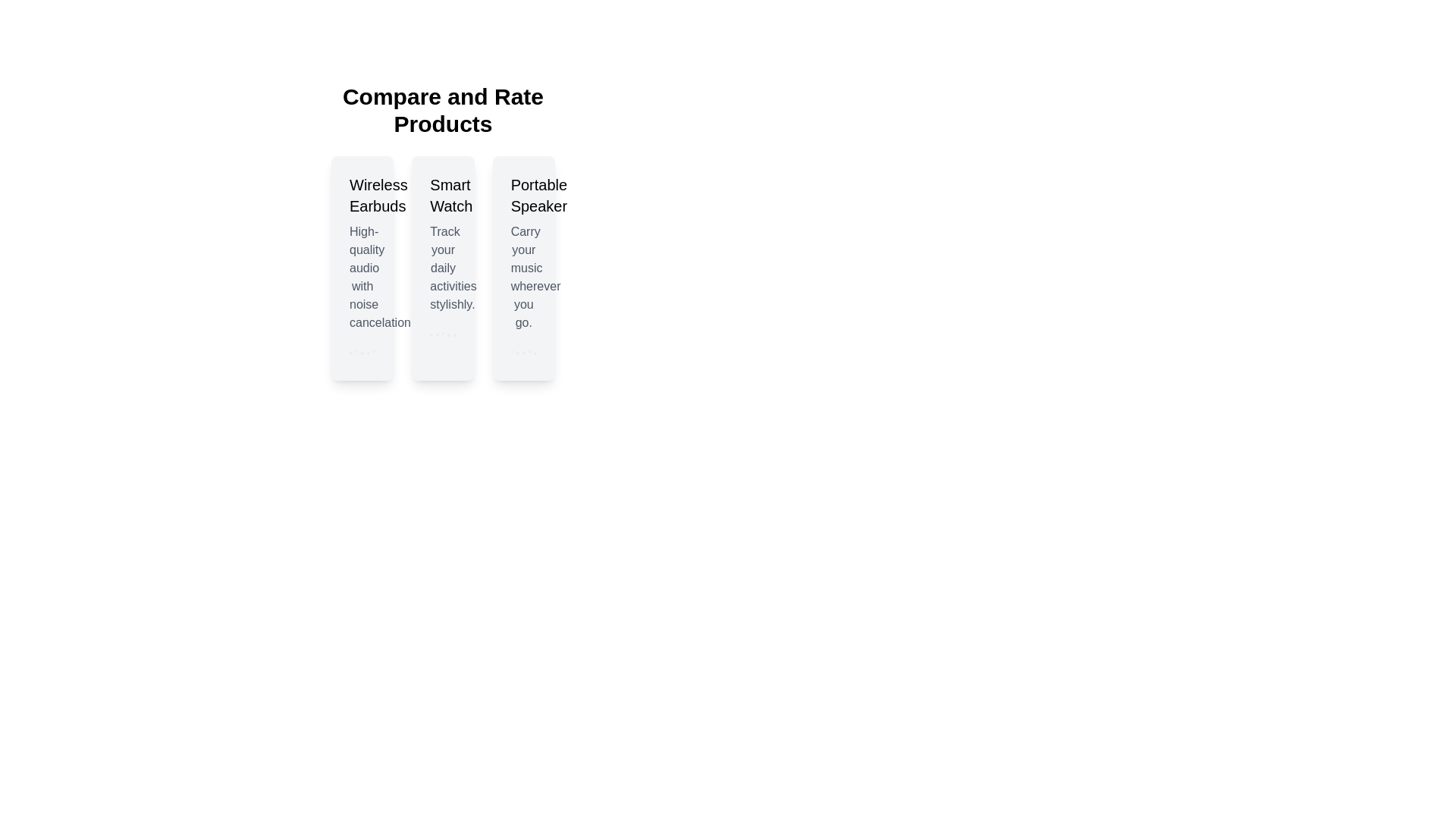 The image size is (1456, 819). Describe the element at coordinates (523, 268) in the screenshot. I see `the product card for Portable Speaker` at that location.